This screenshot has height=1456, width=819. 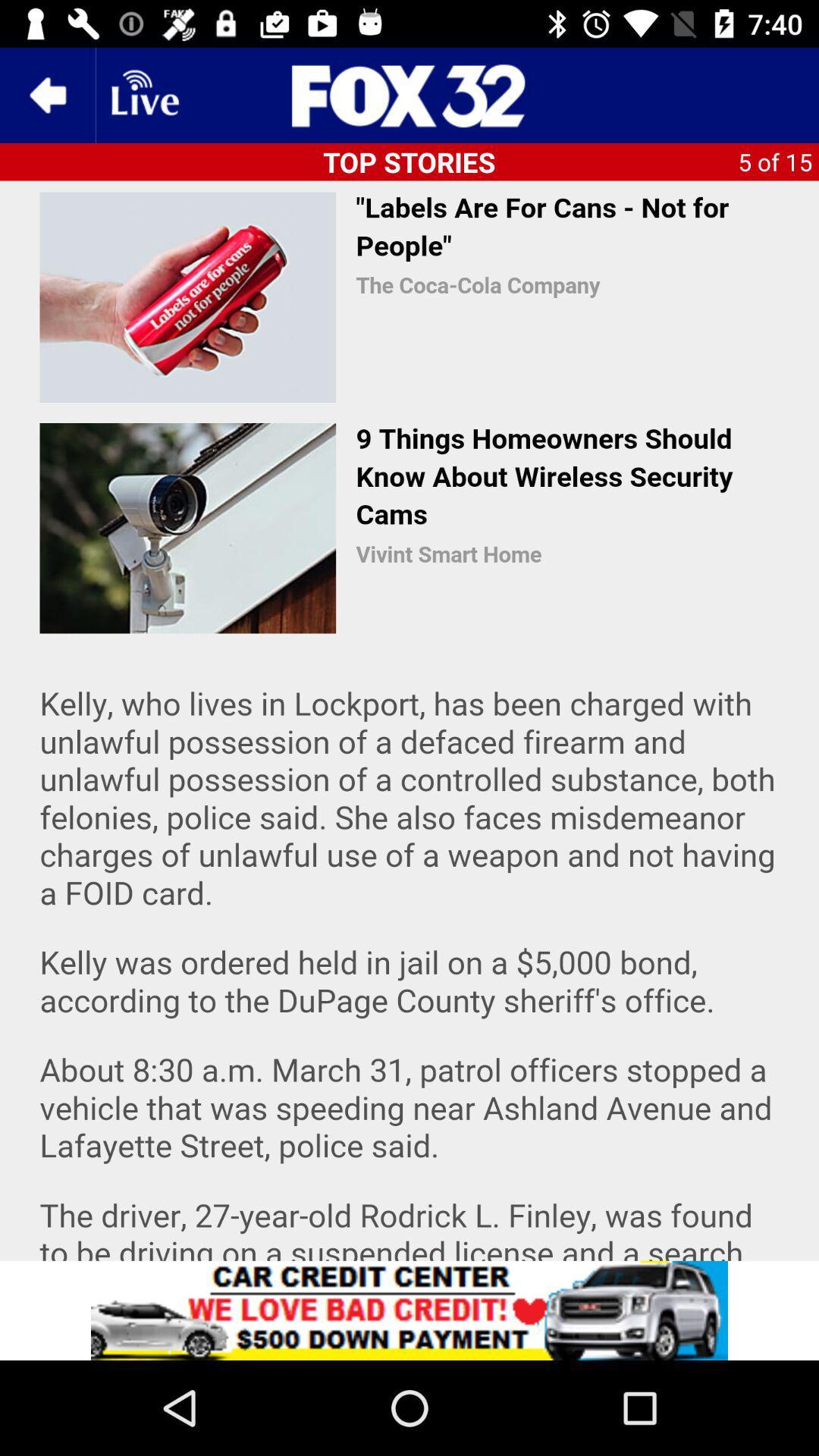 I want to click on the arrow_backward icon, so click(x=46, y=94).